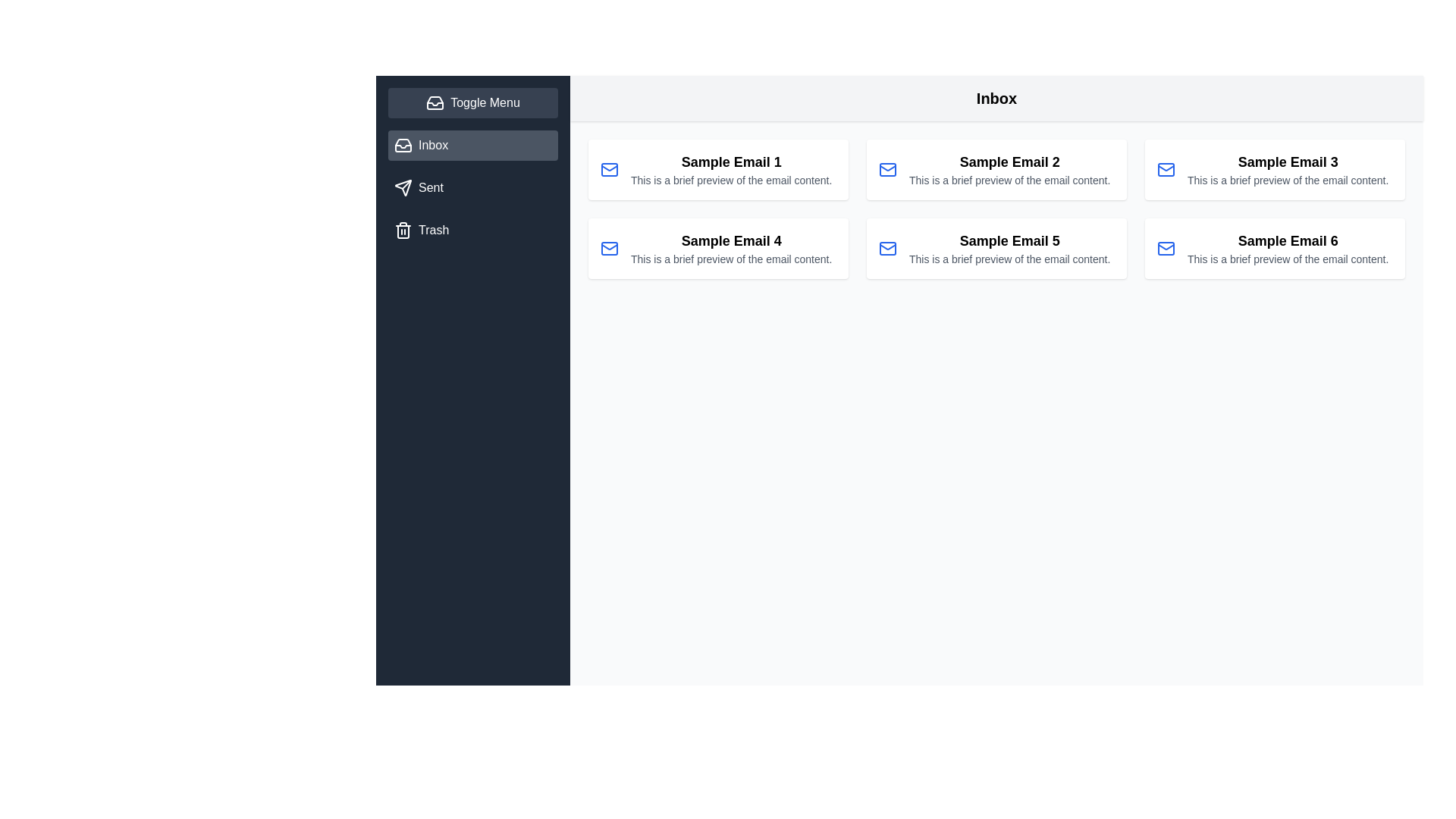  Describe the element at coordinates (403, 187) in the screenshot. I see `the 'Send' icon, which resembles a stylized paper airplane, located adjacent to the left side of the 'Sent' navigation item in the sidebar` at that location.